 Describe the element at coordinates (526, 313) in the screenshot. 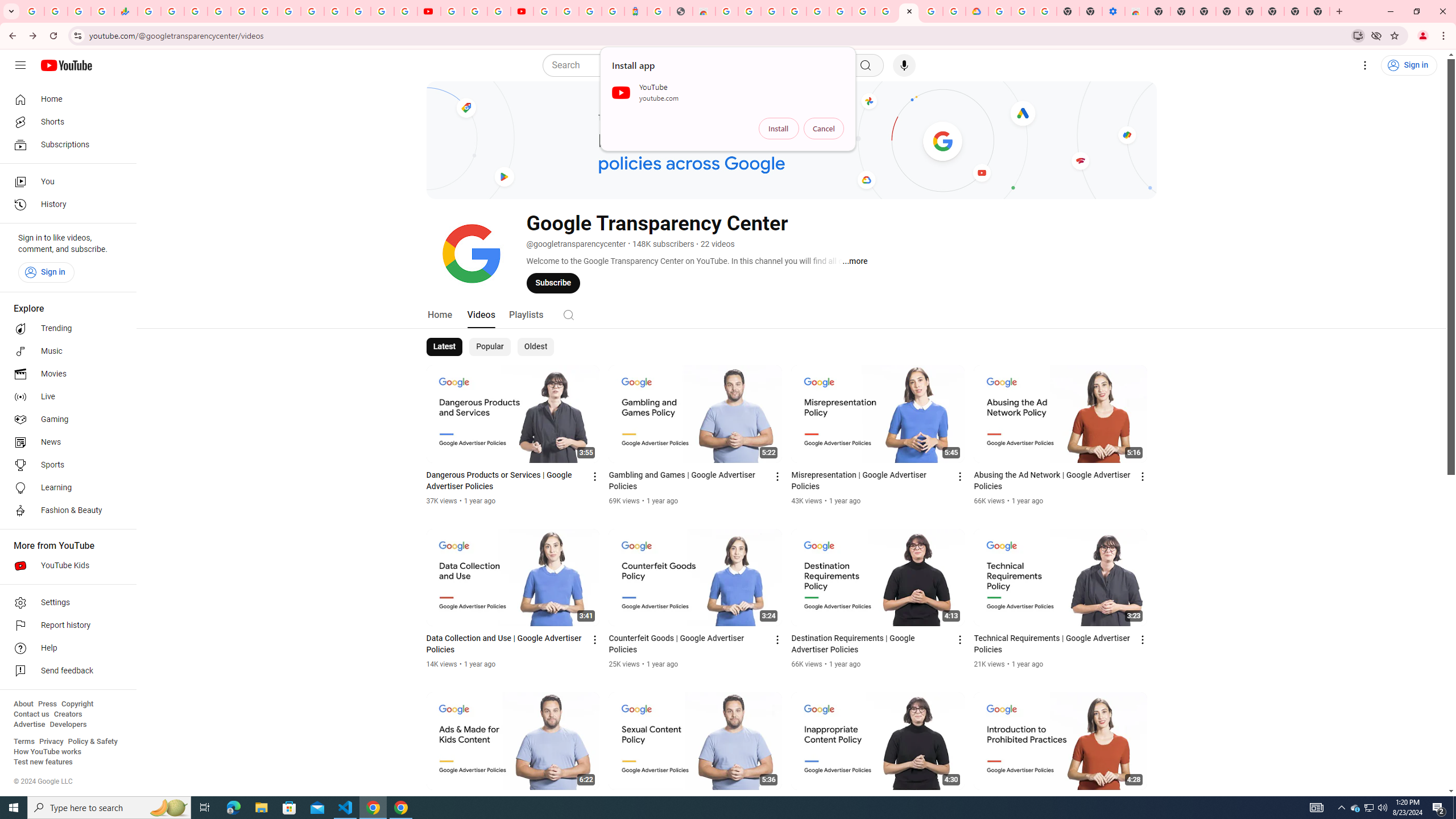

I see `'Playlists'` at that location.